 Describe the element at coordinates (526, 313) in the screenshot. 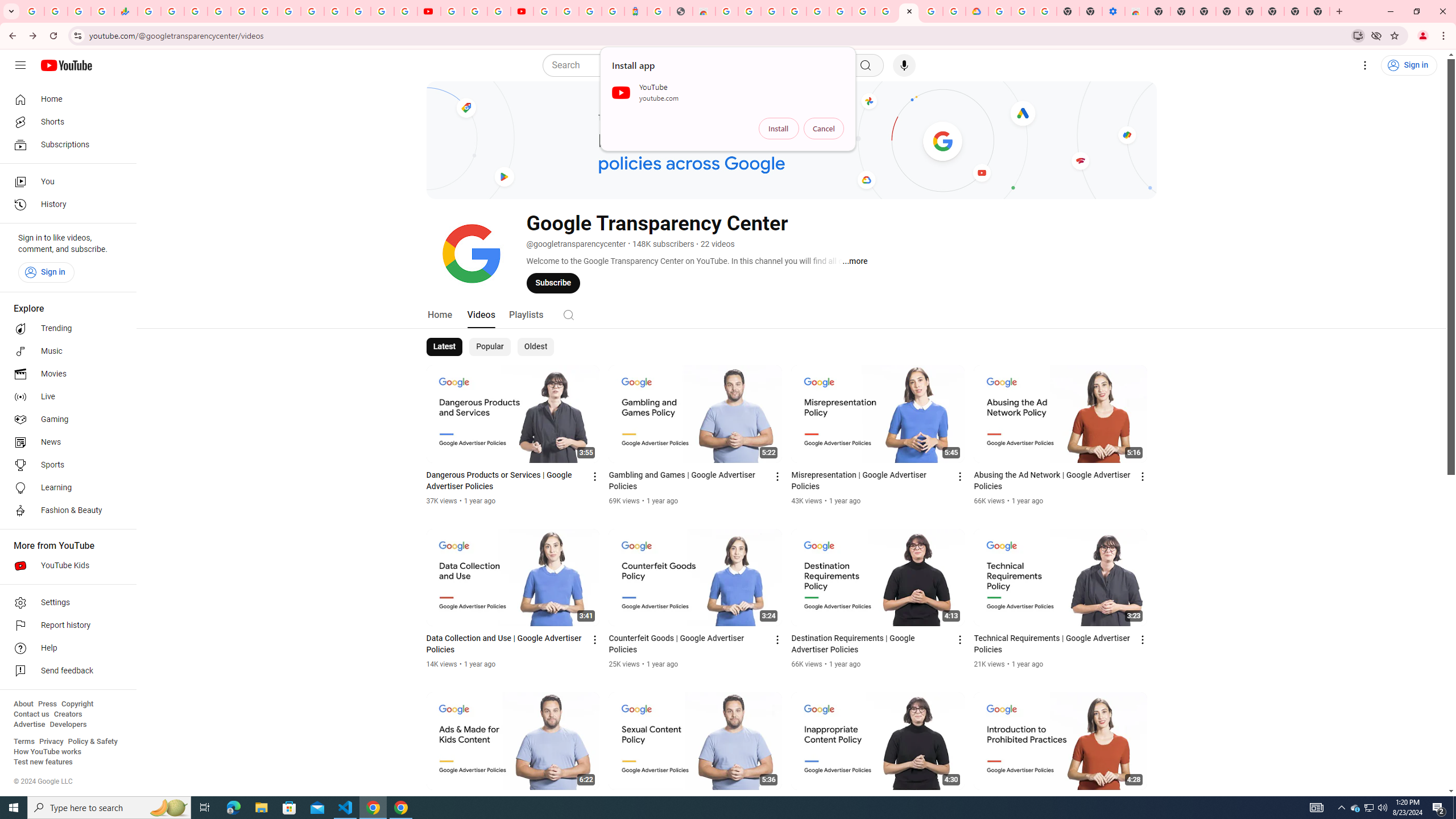

I see `'Playlists'` at that location.